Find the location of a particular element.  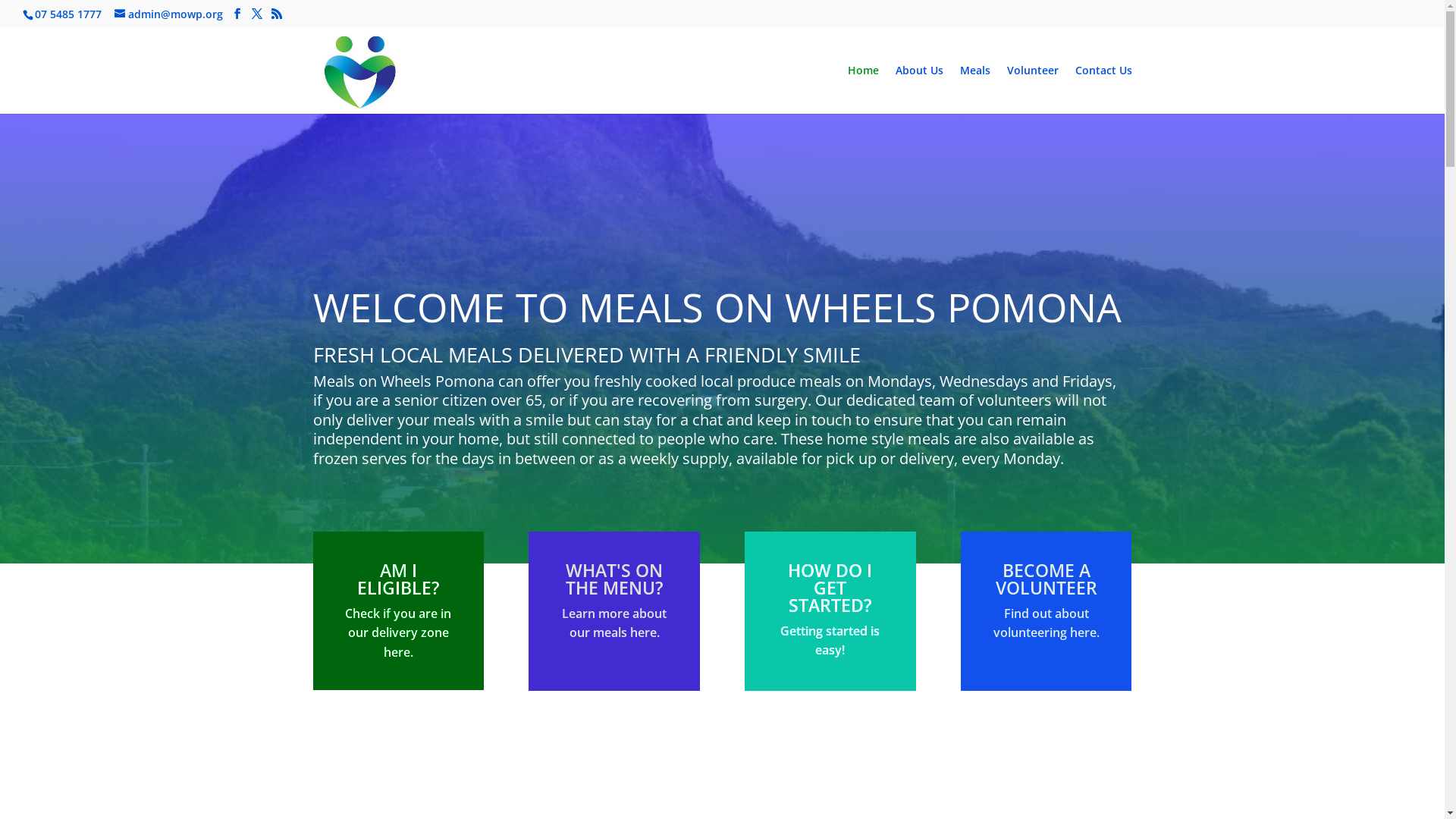

'Home' is located at coordinates (863, 89).